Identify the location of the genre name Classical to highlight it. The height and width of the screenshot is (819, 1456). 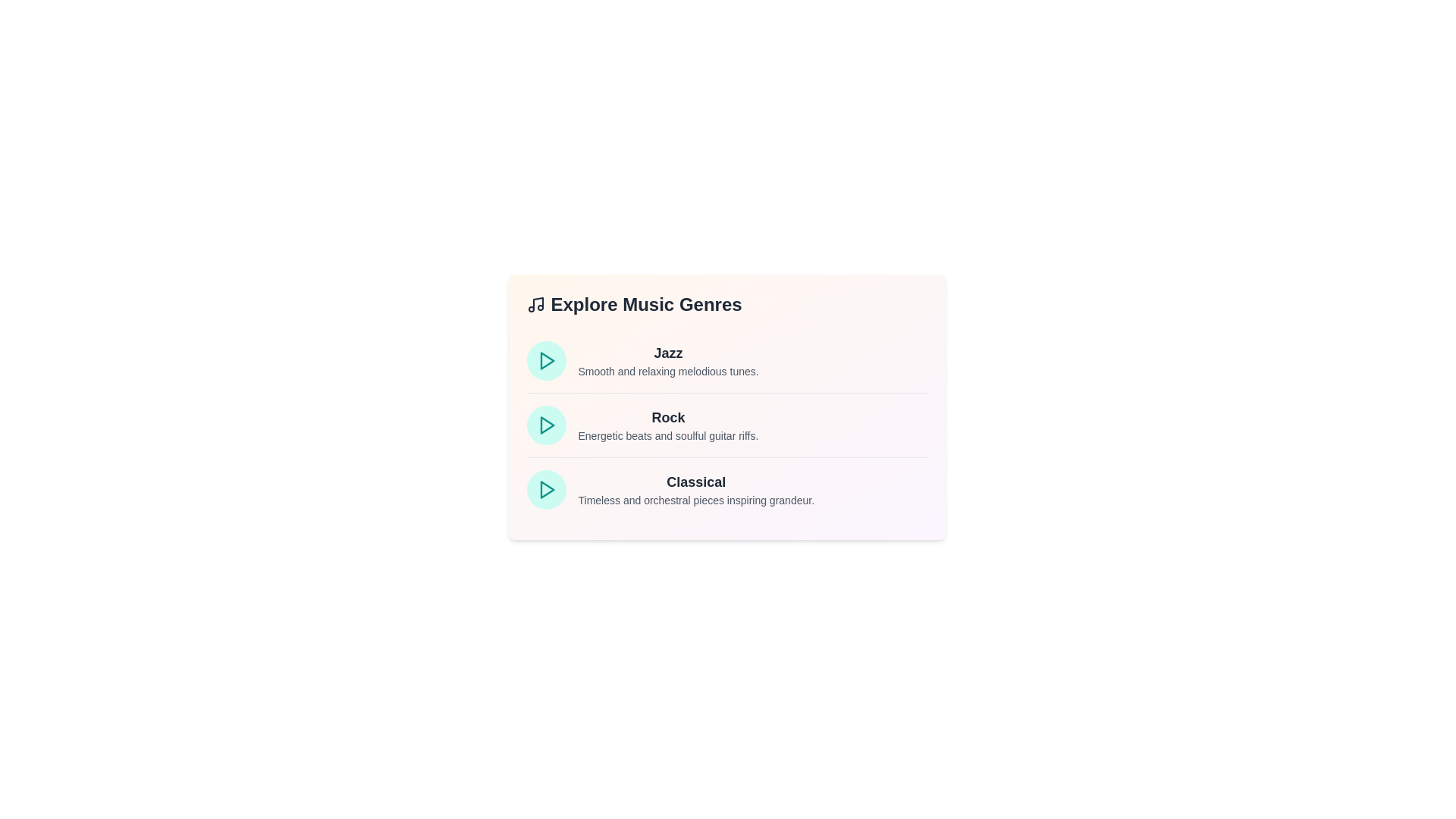
(695, 482).